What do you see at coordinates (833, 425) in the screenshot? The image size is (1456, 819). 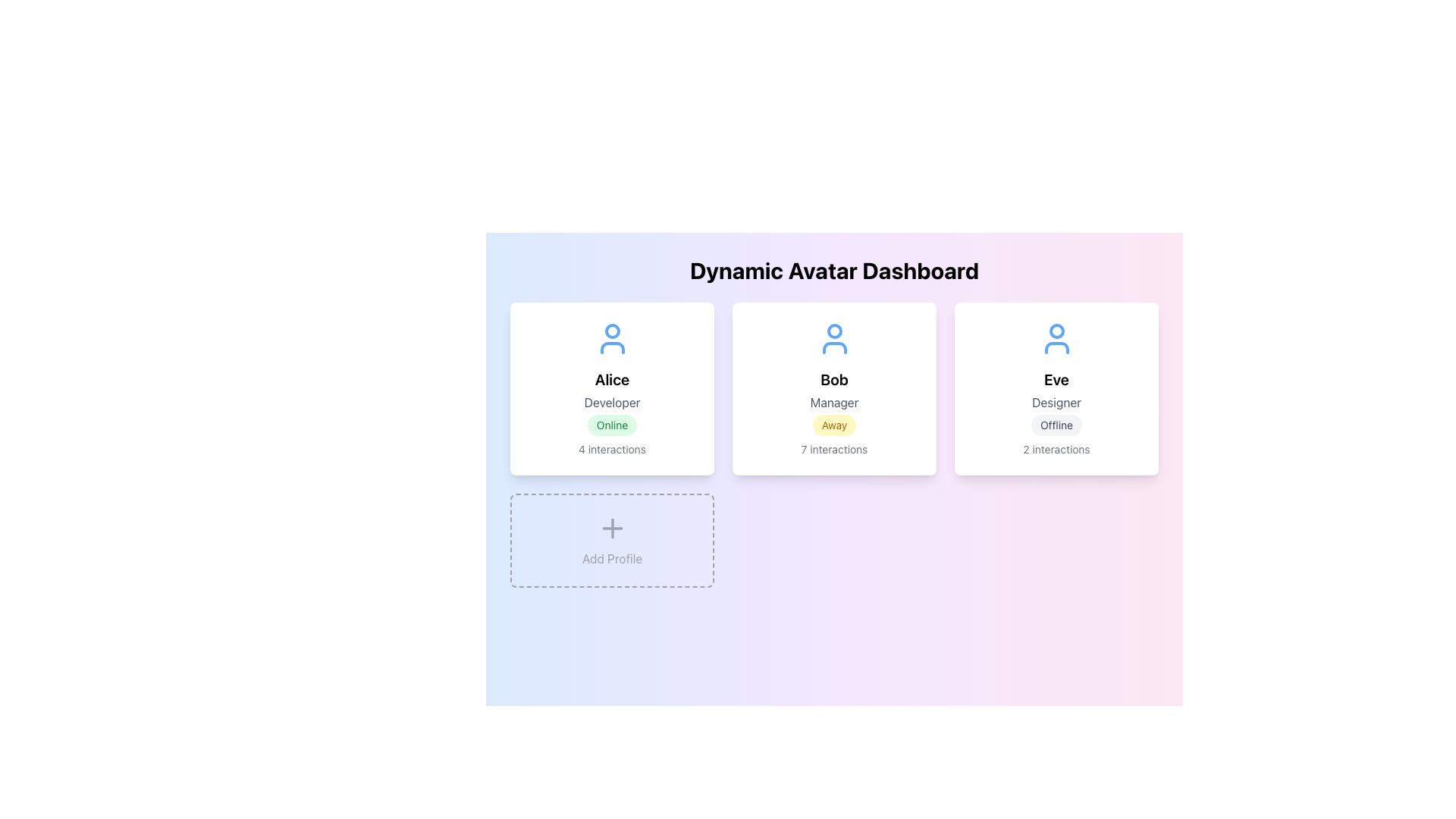 I see `status displayed on the Badge or Status Indicator for 'Bob', which indicates that he is currently away` at bounding box center [833, 425].